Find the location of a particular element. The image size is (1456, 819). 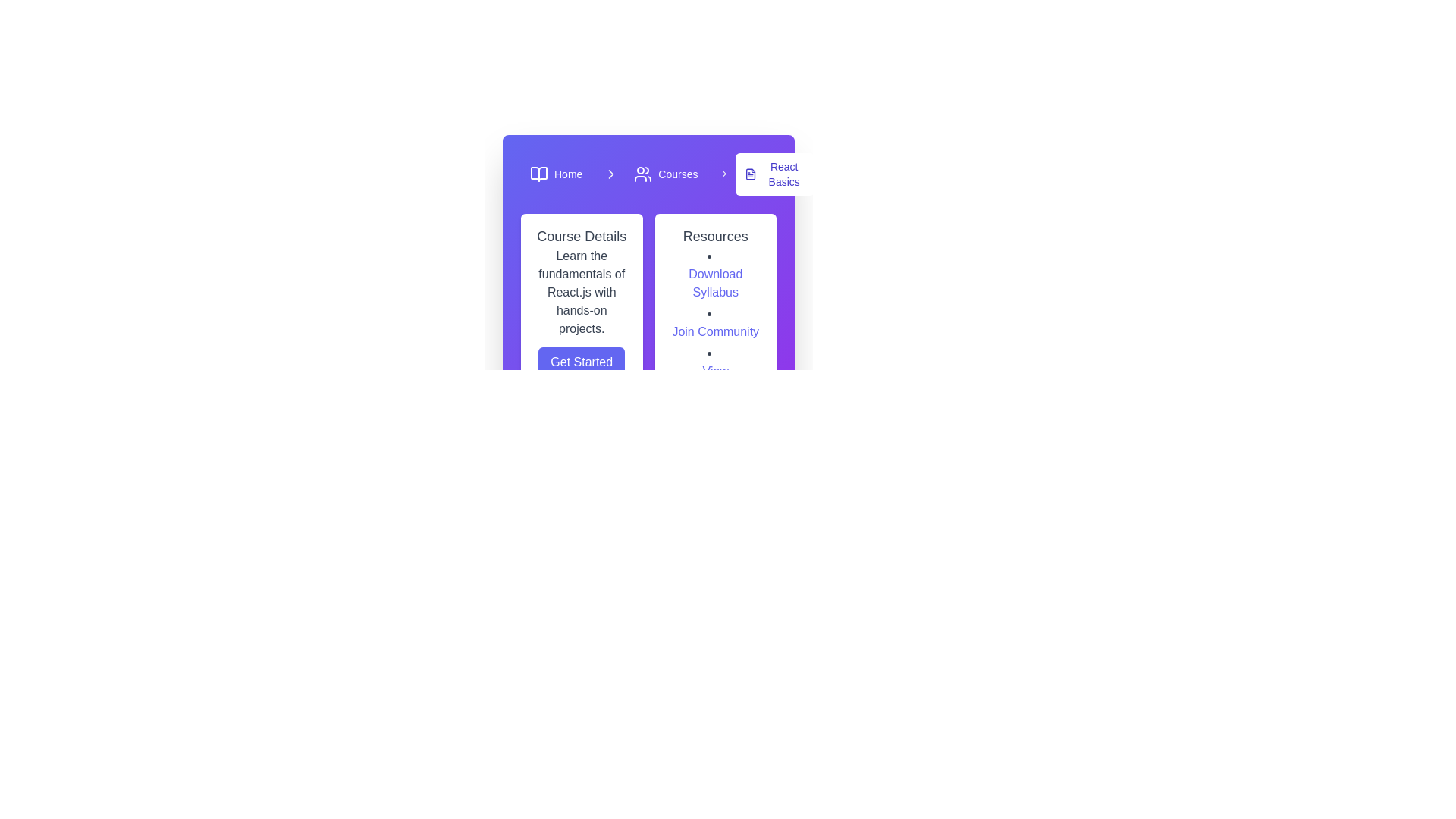

the blue-colored hyperlink labeled 'Join Community' located in the 'Resources' section, which is the second item in the list under the third card from the left is located at coordinates (714, 331).